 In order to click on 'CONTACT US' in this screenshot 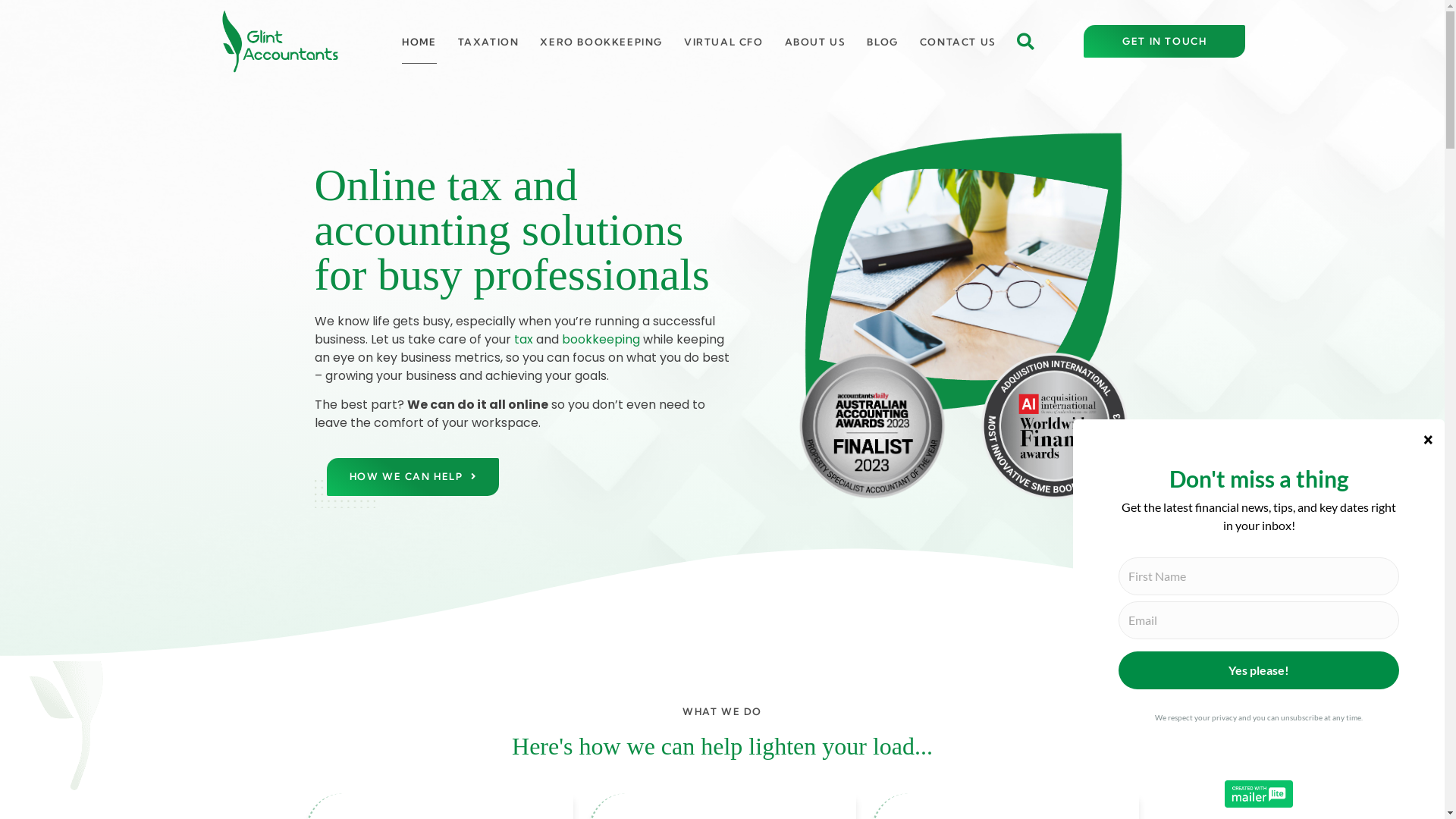, I will do `click(957, 40)`.